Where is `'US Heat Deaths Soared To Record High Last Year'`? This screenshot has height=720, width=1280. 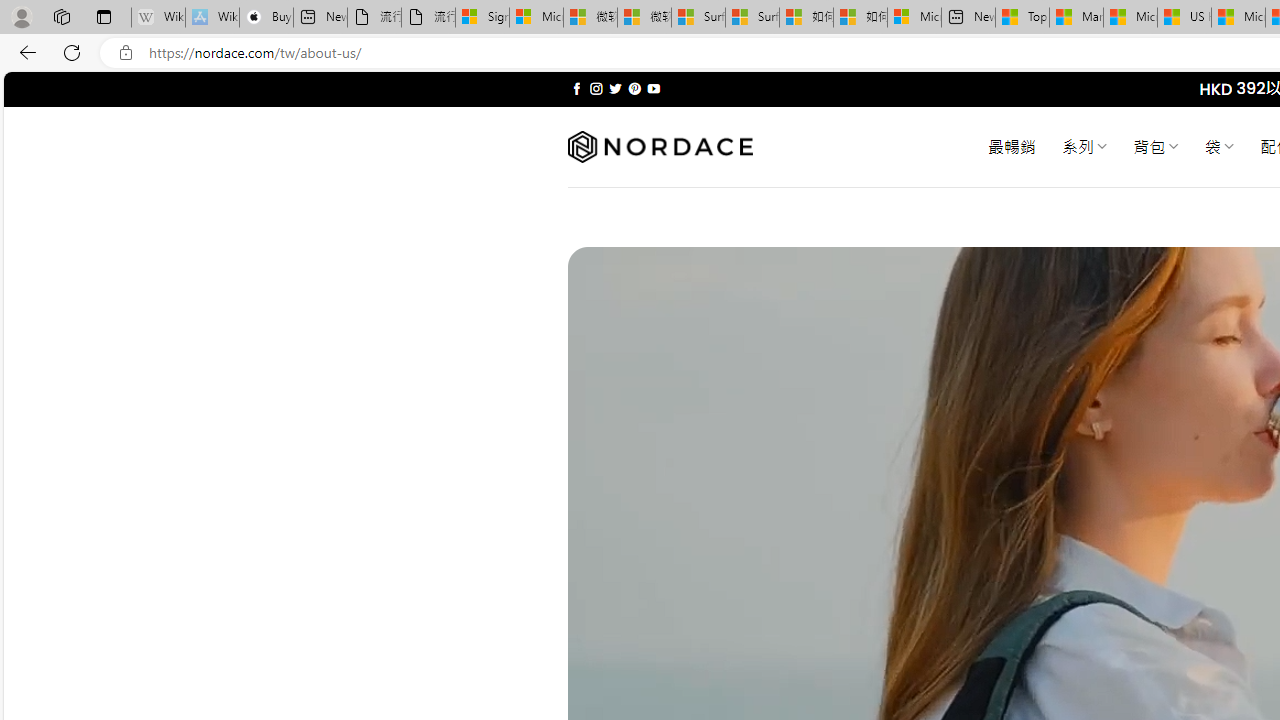 'US Heat Deaths Soared To Record High Last Year' is located at coordinates (1184, 17).